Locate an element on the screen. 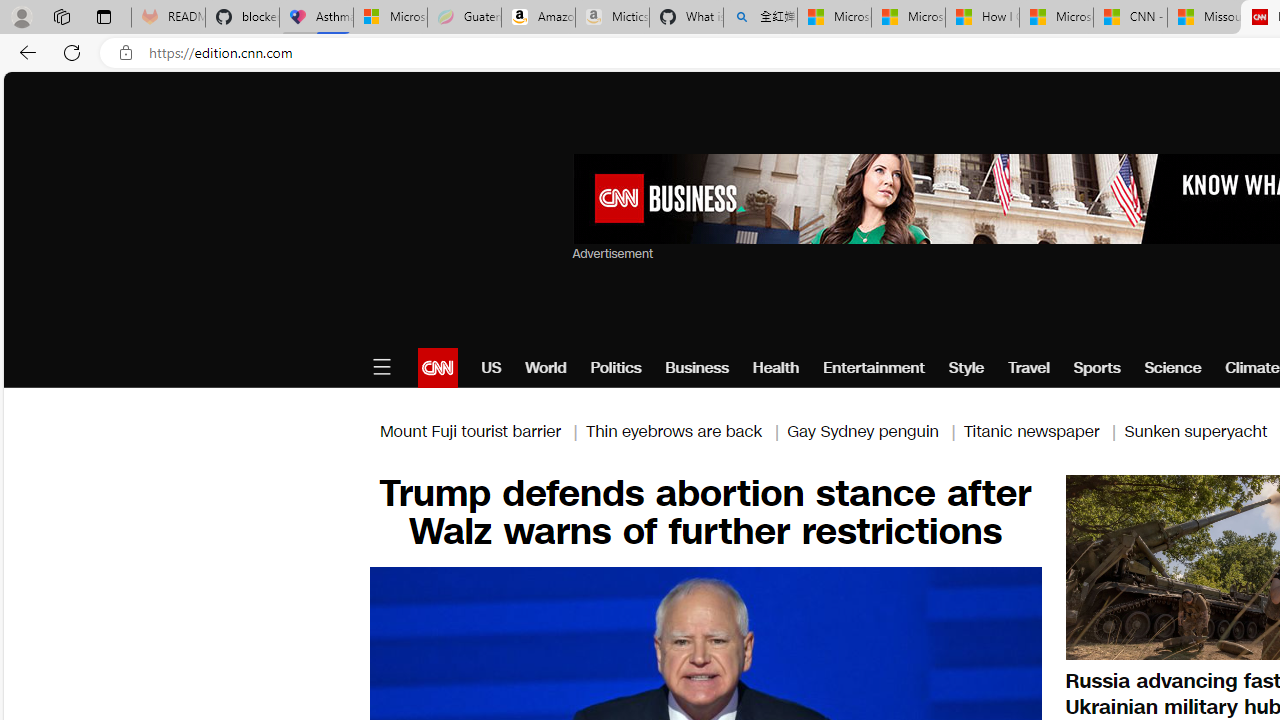 This screenshot has height=720, width=1280. 'Titanic newspaper |' is located at coordinates (1042, 430).